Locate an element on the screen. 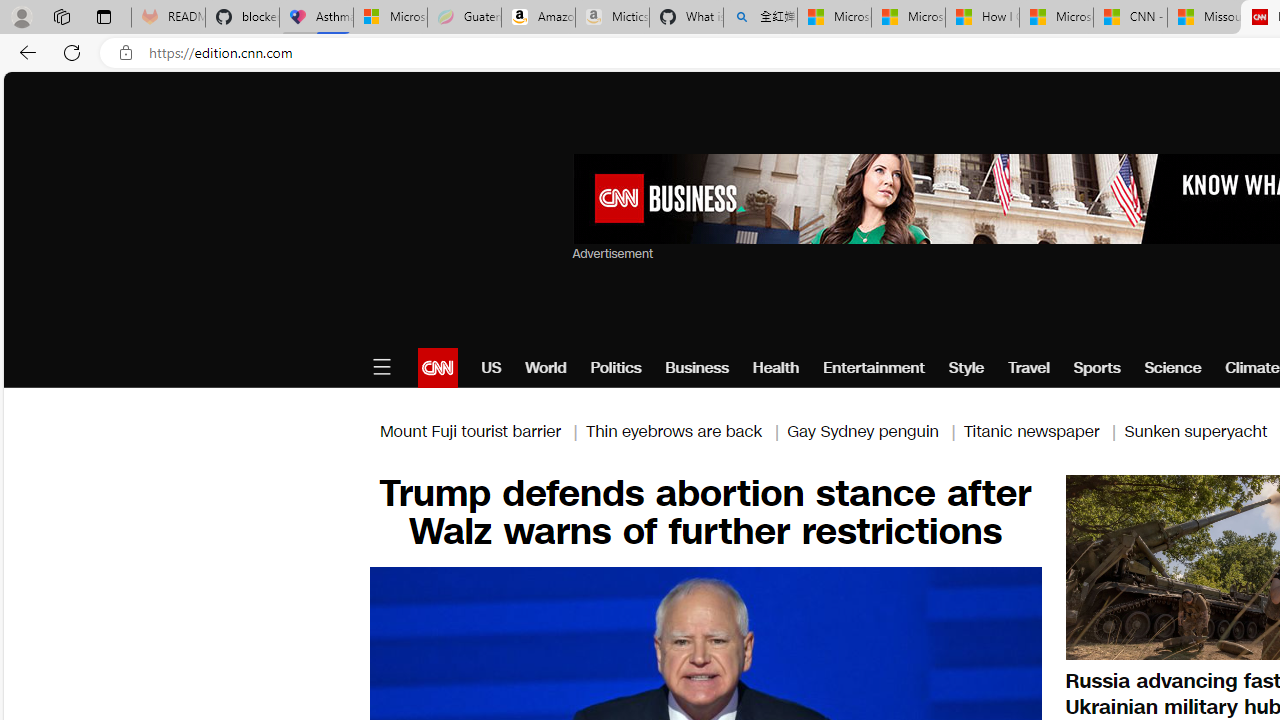 This screenshot has height=720, width=1280. 'Titanic newspaper |' is located at coordinates (1042, 430).